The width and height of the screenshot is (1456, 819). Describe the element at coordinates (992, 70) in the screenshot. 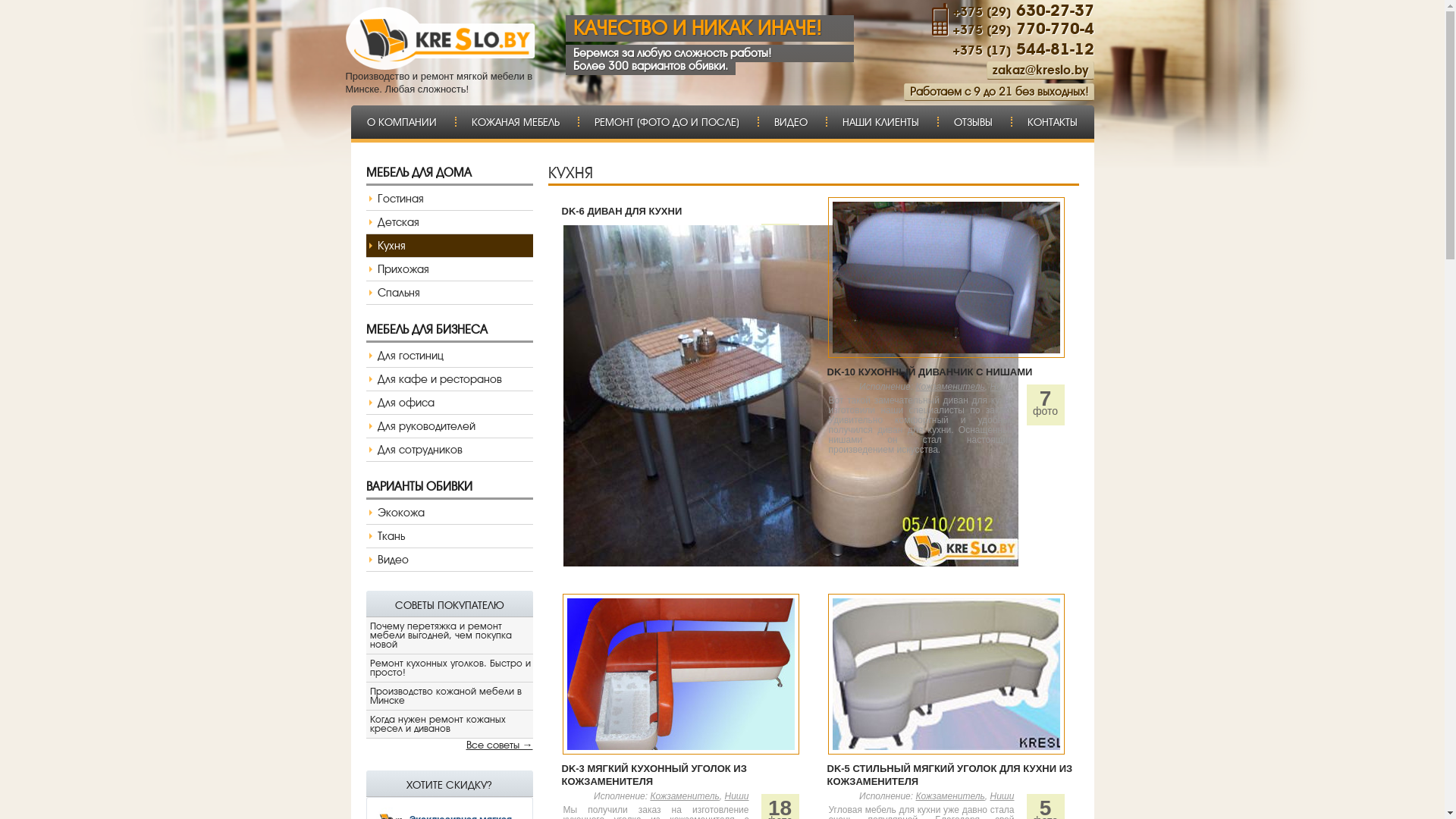

I see `'zakaz@kreslo.by'` at that location.